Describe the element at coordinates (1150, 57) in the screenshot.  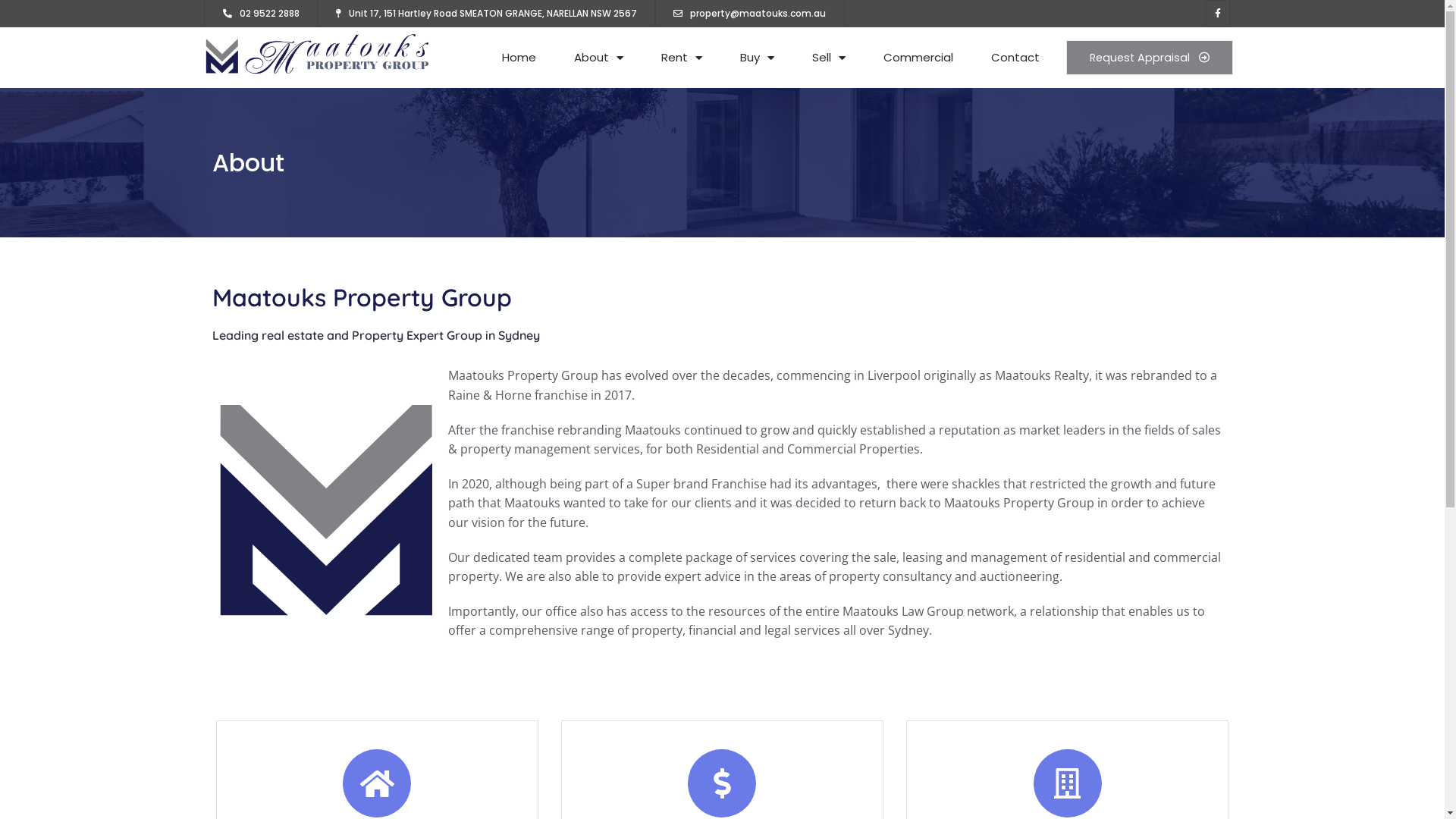
I see `'Request Appraisal'` at that location.